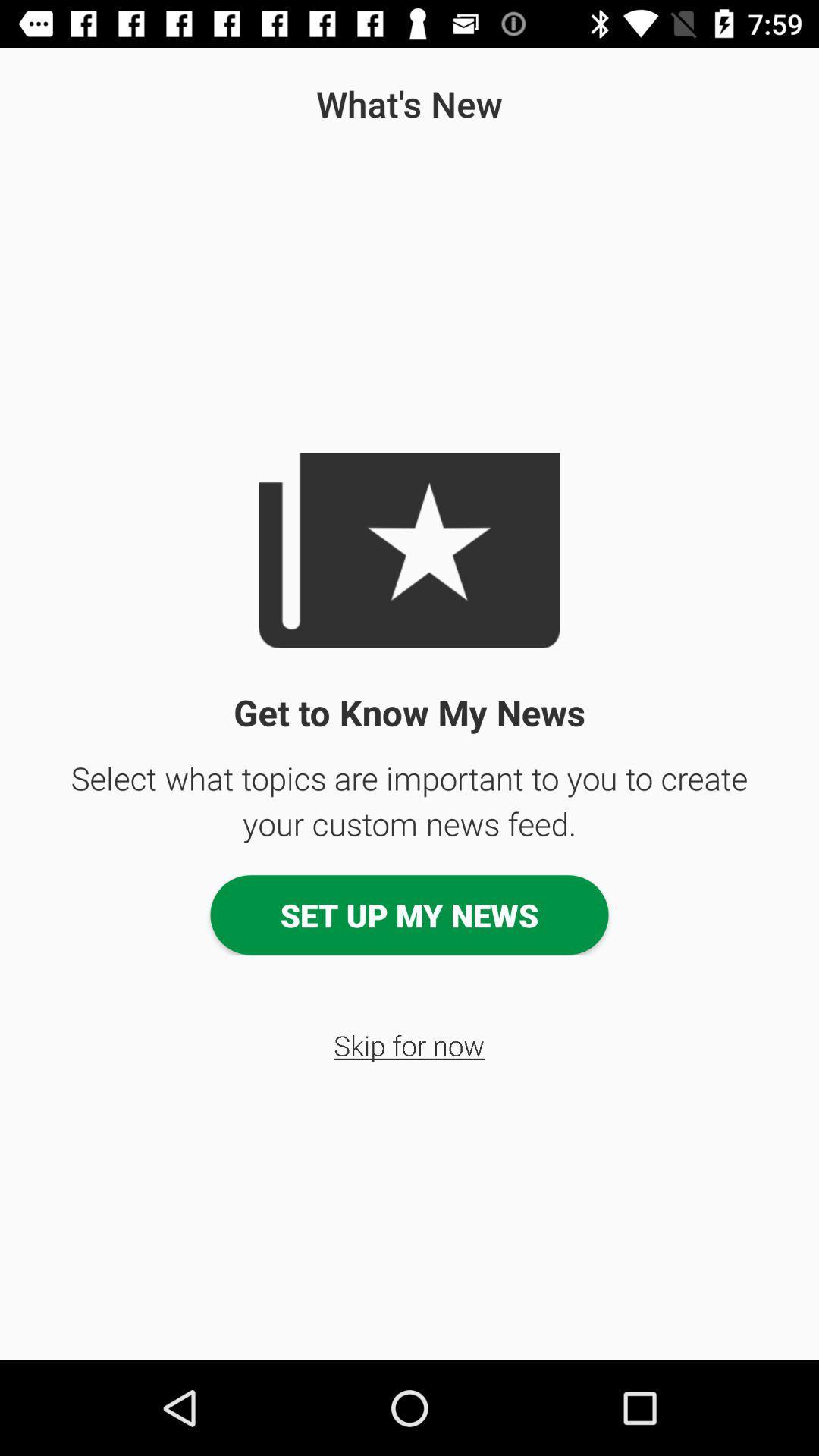 This screenshot has height=1456, width=819. I want to click on set up my item, so click(409, 914).